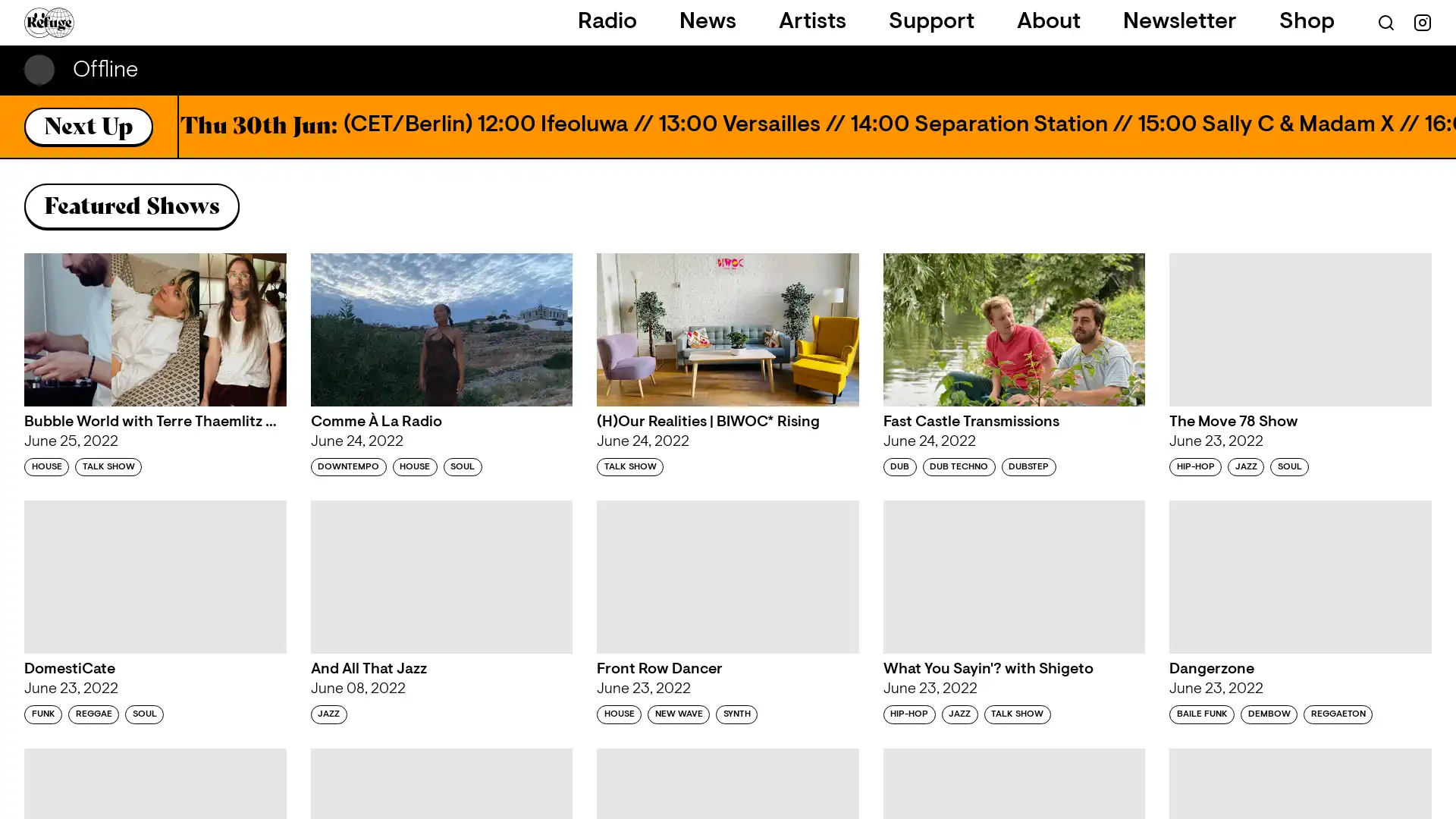 The width and height of the screenshot is (1456, 819). I want to click on Comme A La Radio, so click(440, 329).